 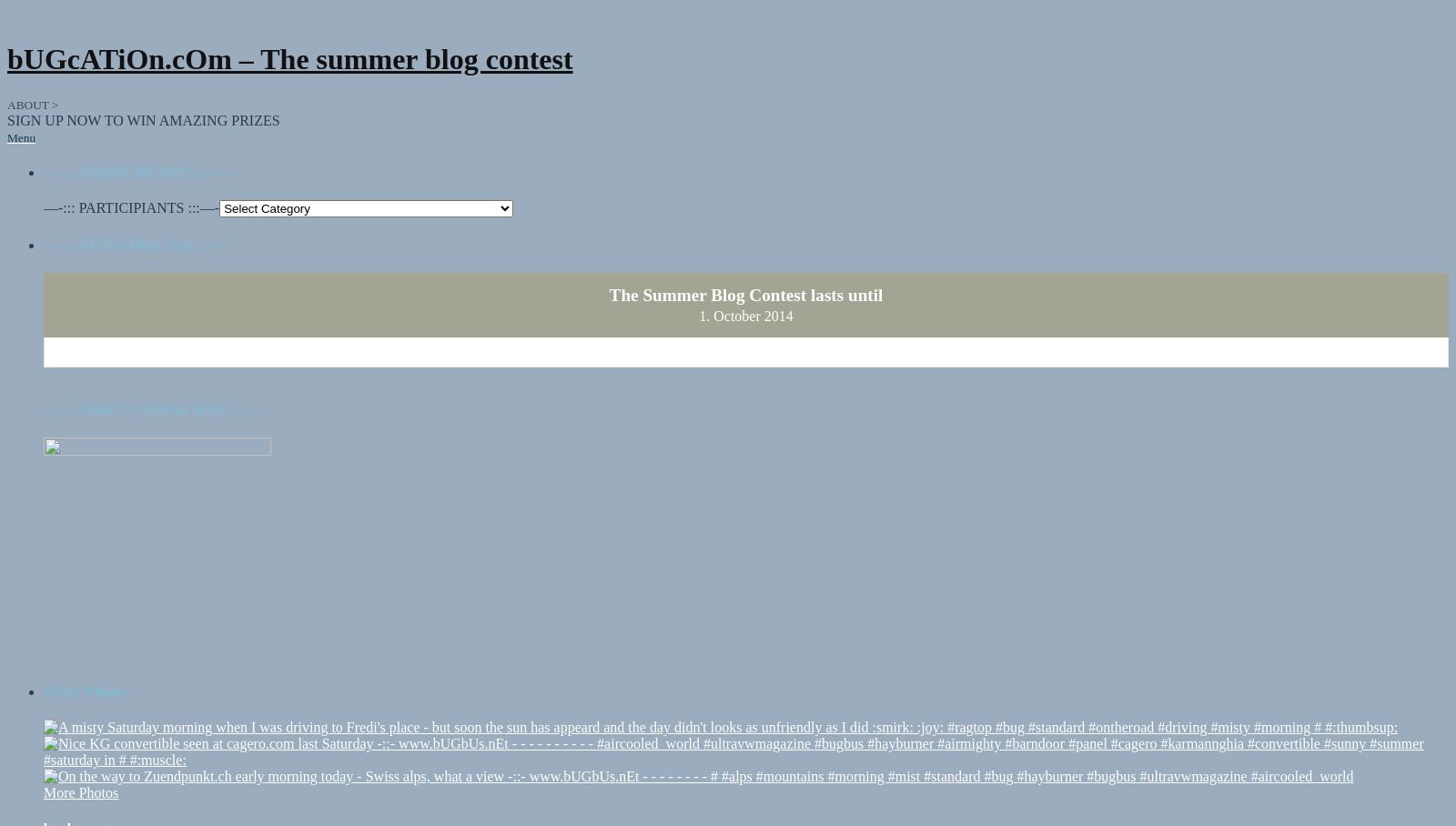 What do you see at coordinates (142, 102) in the screenshot?
I see `'SIGN UP NOW TO WIN AMAZING PRIZES'` at bounding box center [142, 102].